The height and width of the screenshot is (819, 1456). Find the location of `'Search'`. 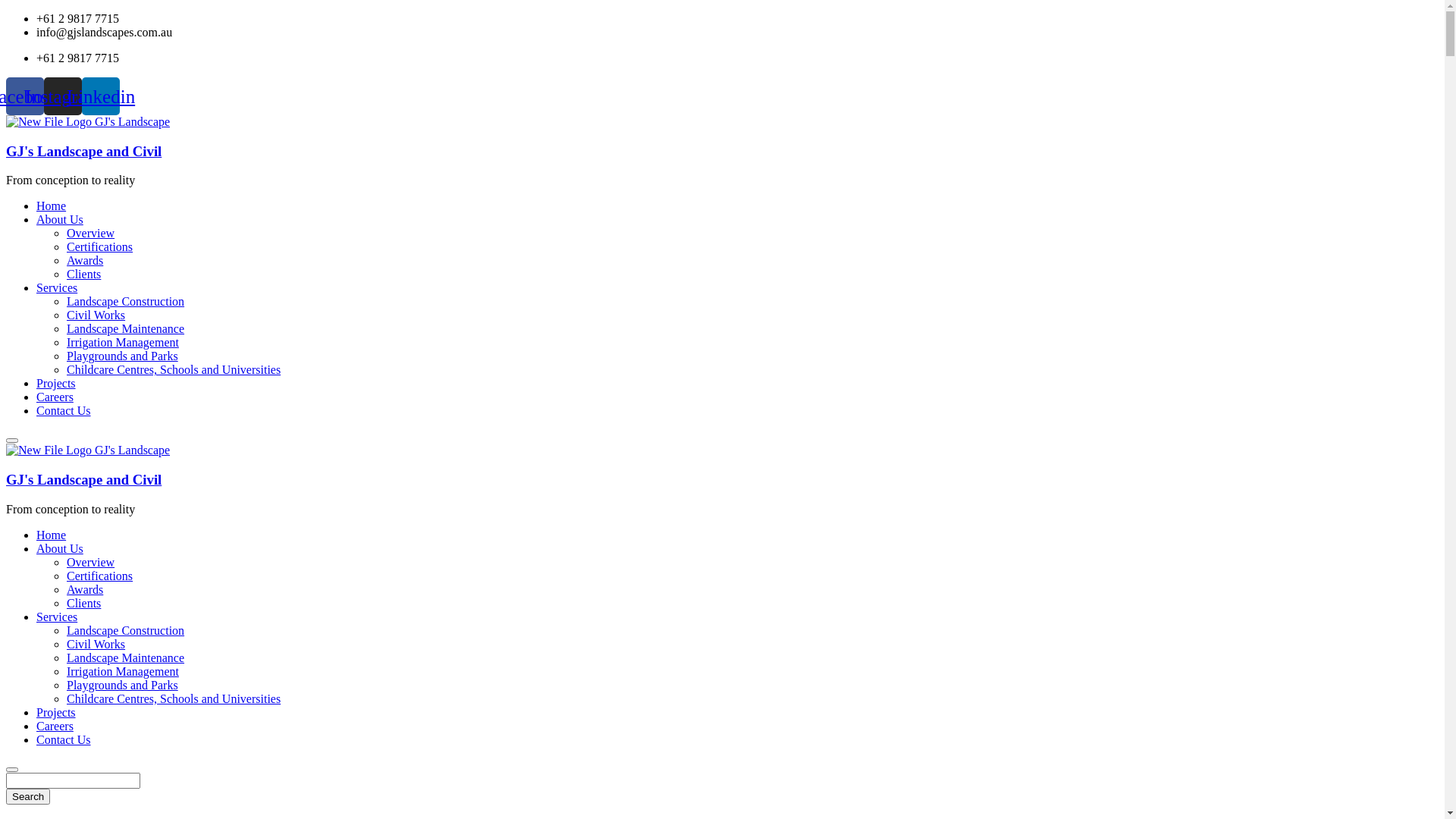

'Search' is located at coordinates (28, 795).